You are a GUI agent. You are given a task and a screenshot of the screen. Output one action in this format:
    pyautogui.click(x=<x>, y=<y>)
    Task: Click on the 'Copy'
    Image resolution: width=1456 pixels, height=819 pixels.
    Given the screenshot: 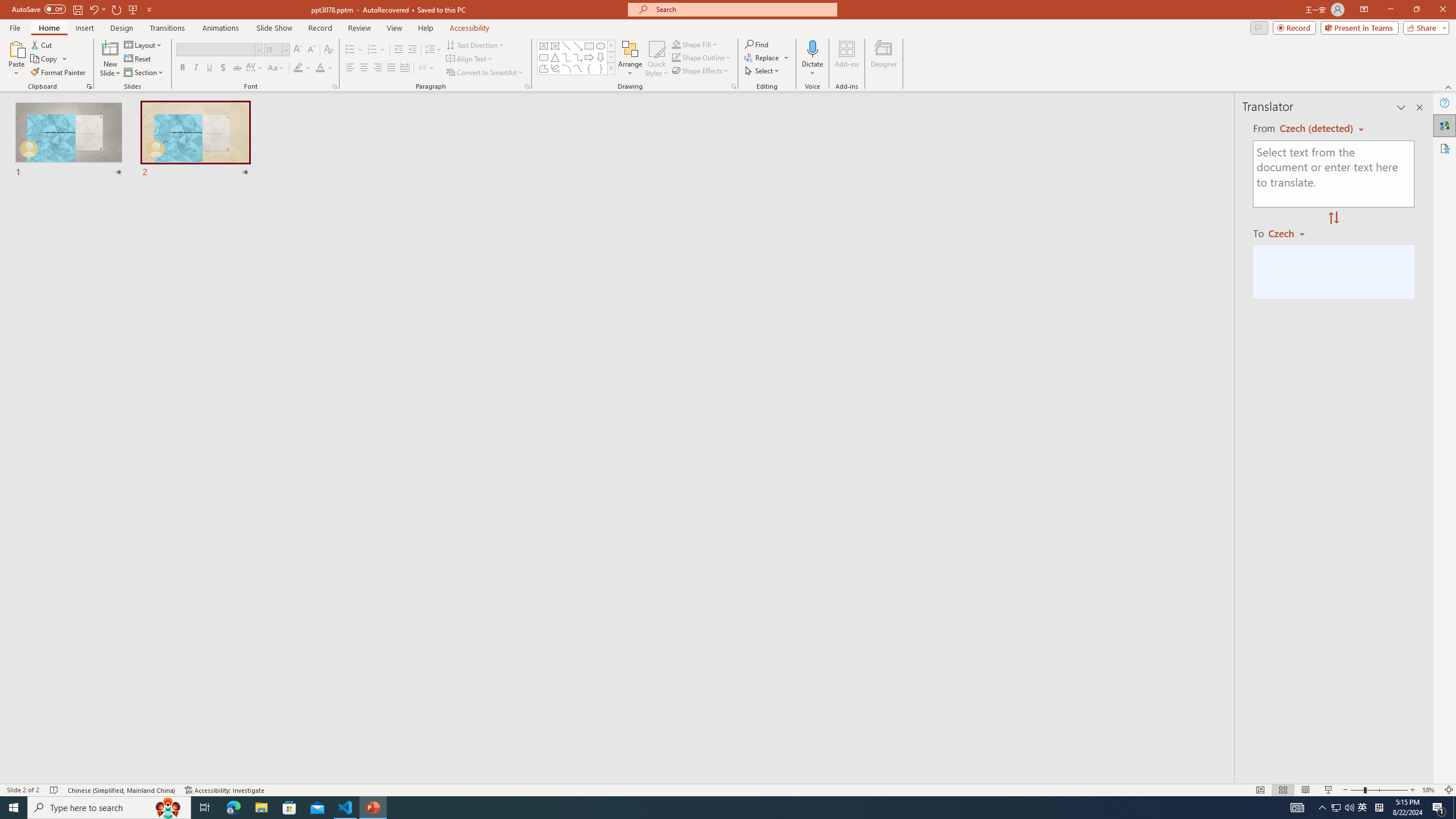 What is the action you would take?
    pyautogui.click(x=49, y=59)
    